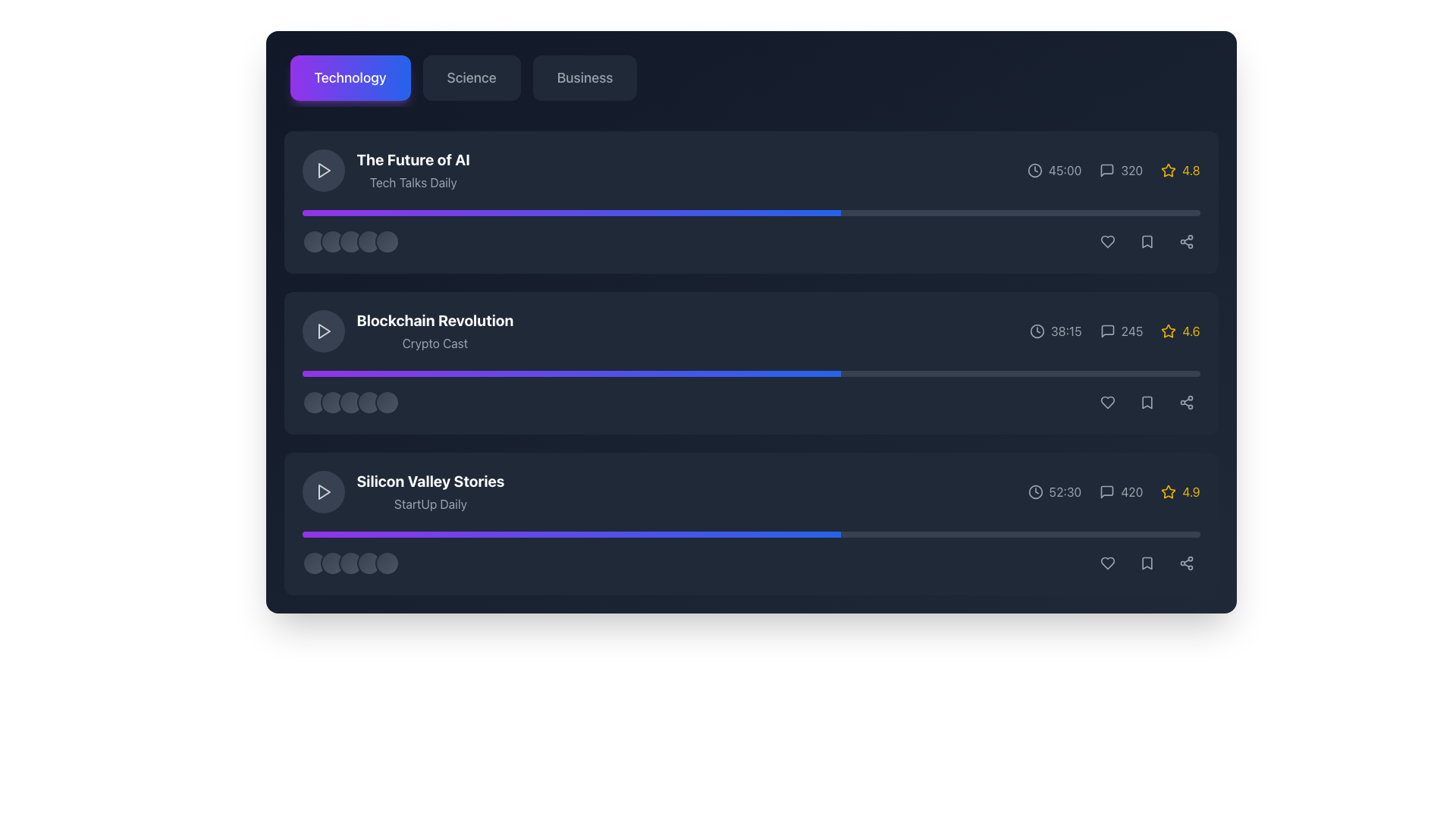 The width and height of the screenshot is (1456, 819). I want to click on the Icon button located on the far right of the middle entry in a vertical list of content items, so click(1147, 241).